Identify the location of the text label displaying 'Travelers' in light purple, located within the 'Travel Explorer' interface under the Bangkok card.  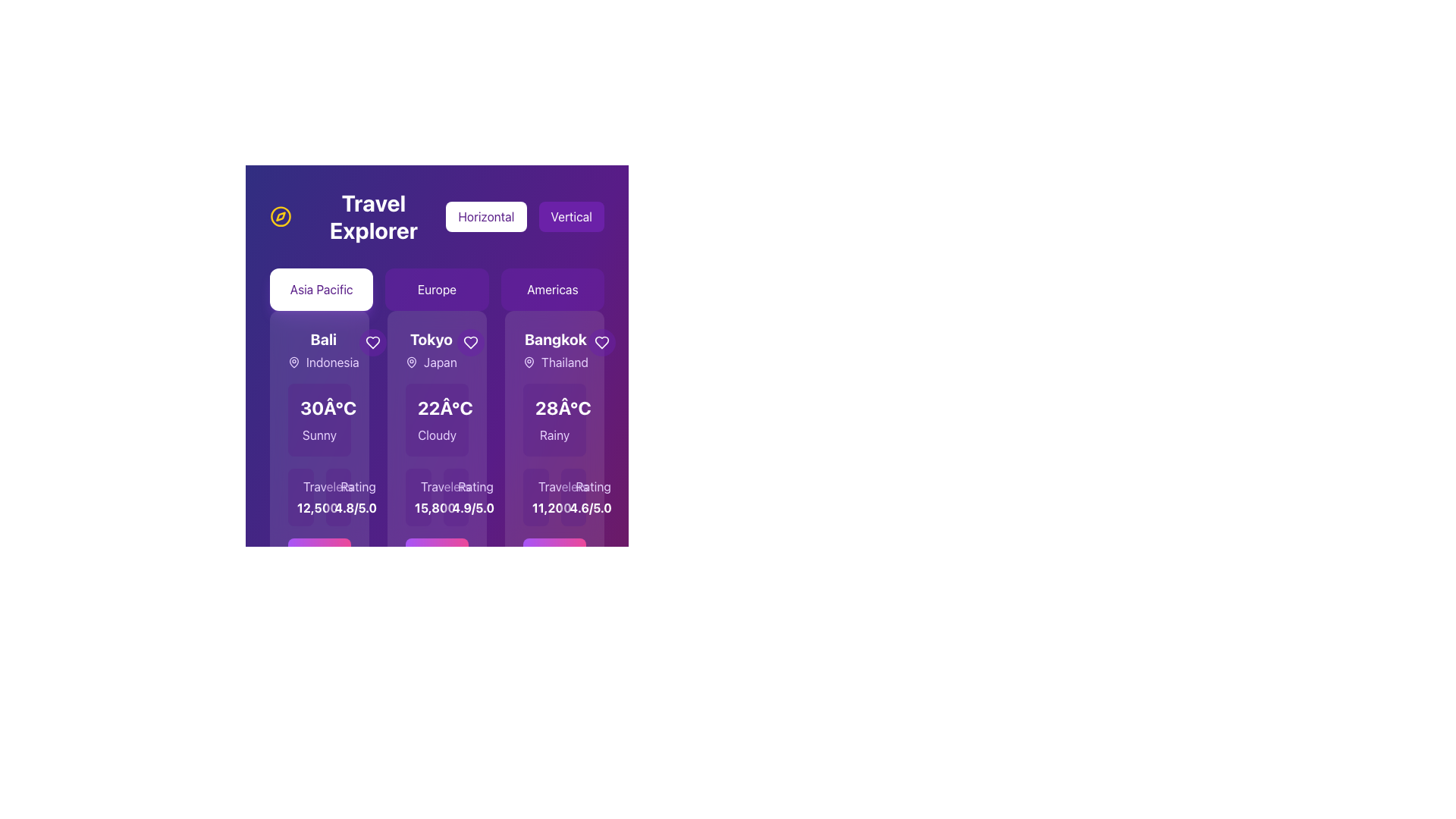
(562, 486).